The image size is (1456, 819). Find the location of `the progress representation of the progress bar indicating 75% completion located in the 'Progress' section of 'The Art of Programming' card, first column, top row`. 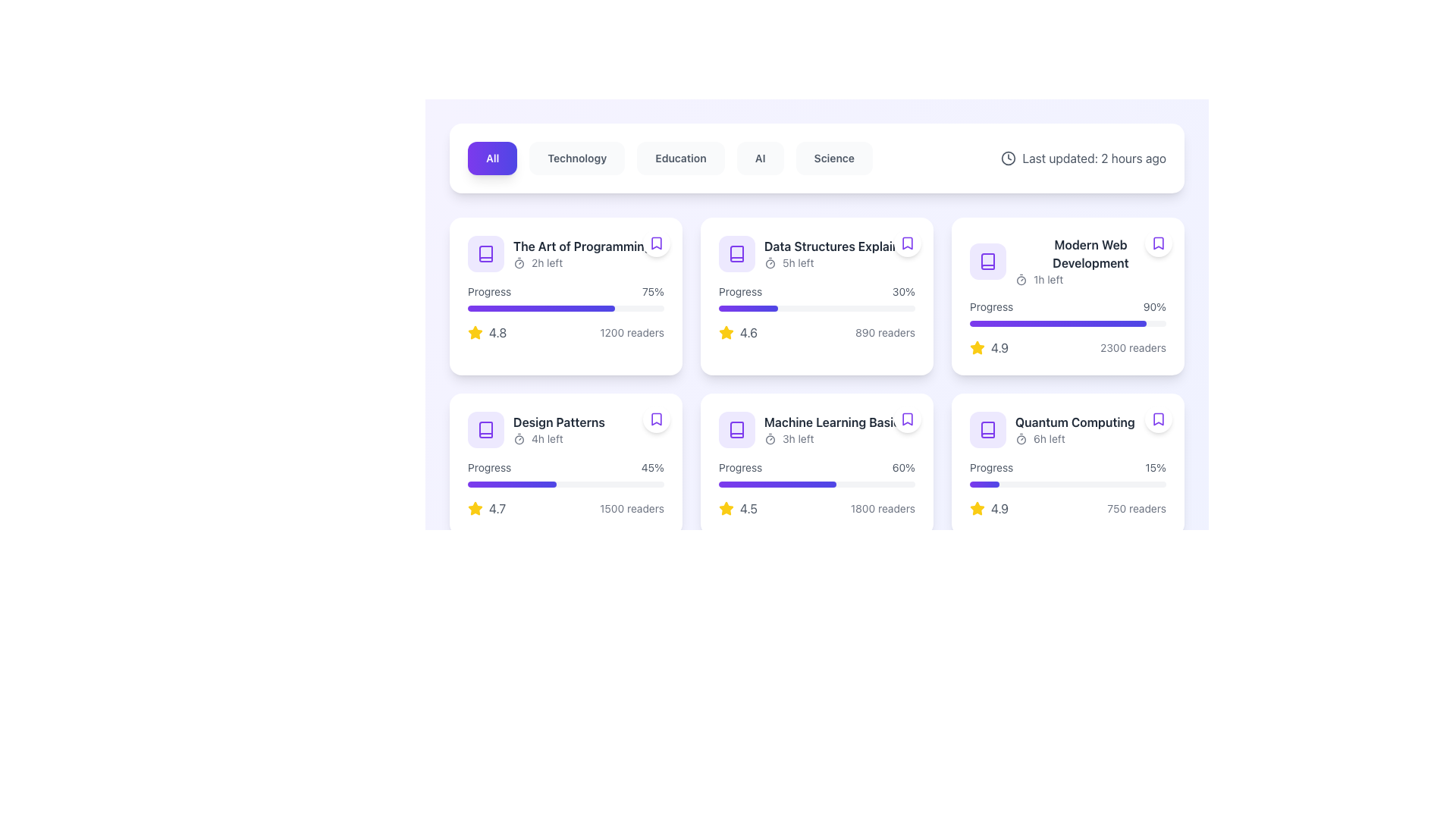

the progress representation of the progress bar indicating 75% completion located in the 'Progress' section of 'The Art of Programming' card, first column, top row is located at coordinates (541, 308).